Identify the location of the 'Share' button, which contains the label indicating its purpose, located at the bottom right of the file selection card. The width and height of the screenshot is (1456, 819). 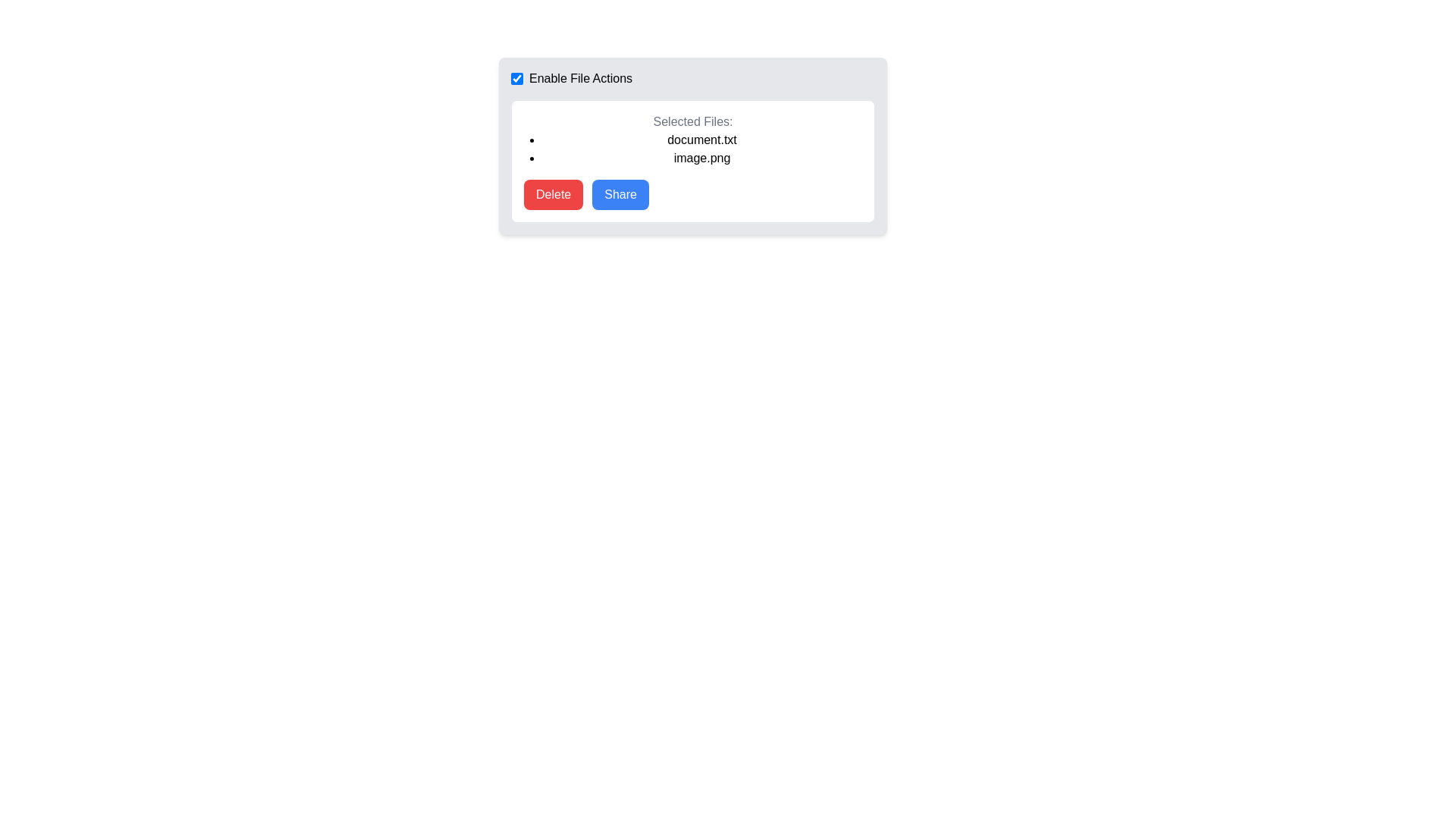
(620, 194).